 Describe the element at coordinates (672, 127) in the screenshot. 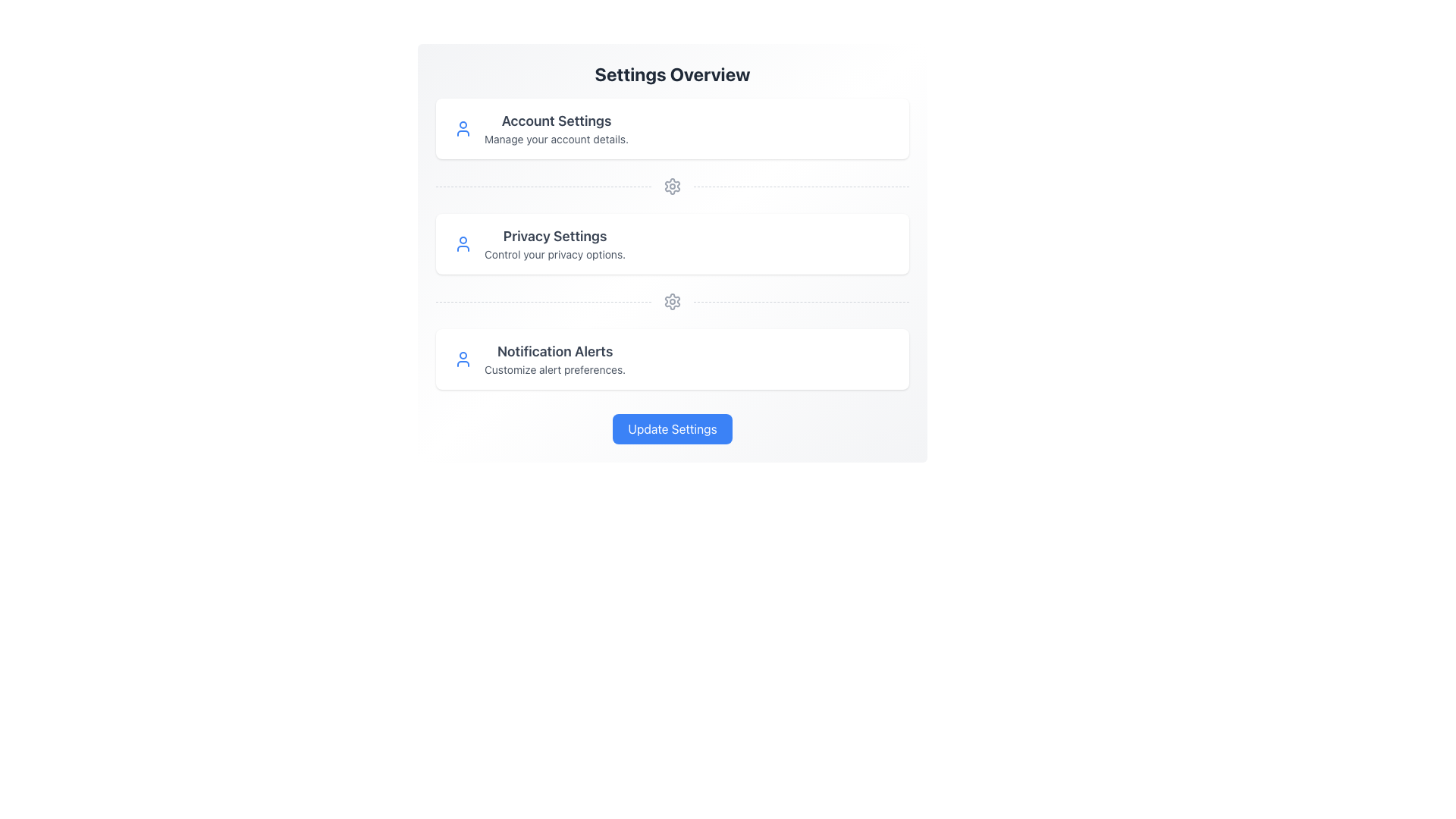

I see `the first card item in the Settings Overview section, which contains the title 'Account Settings' and the description 'Manage your account details.'` at that location.